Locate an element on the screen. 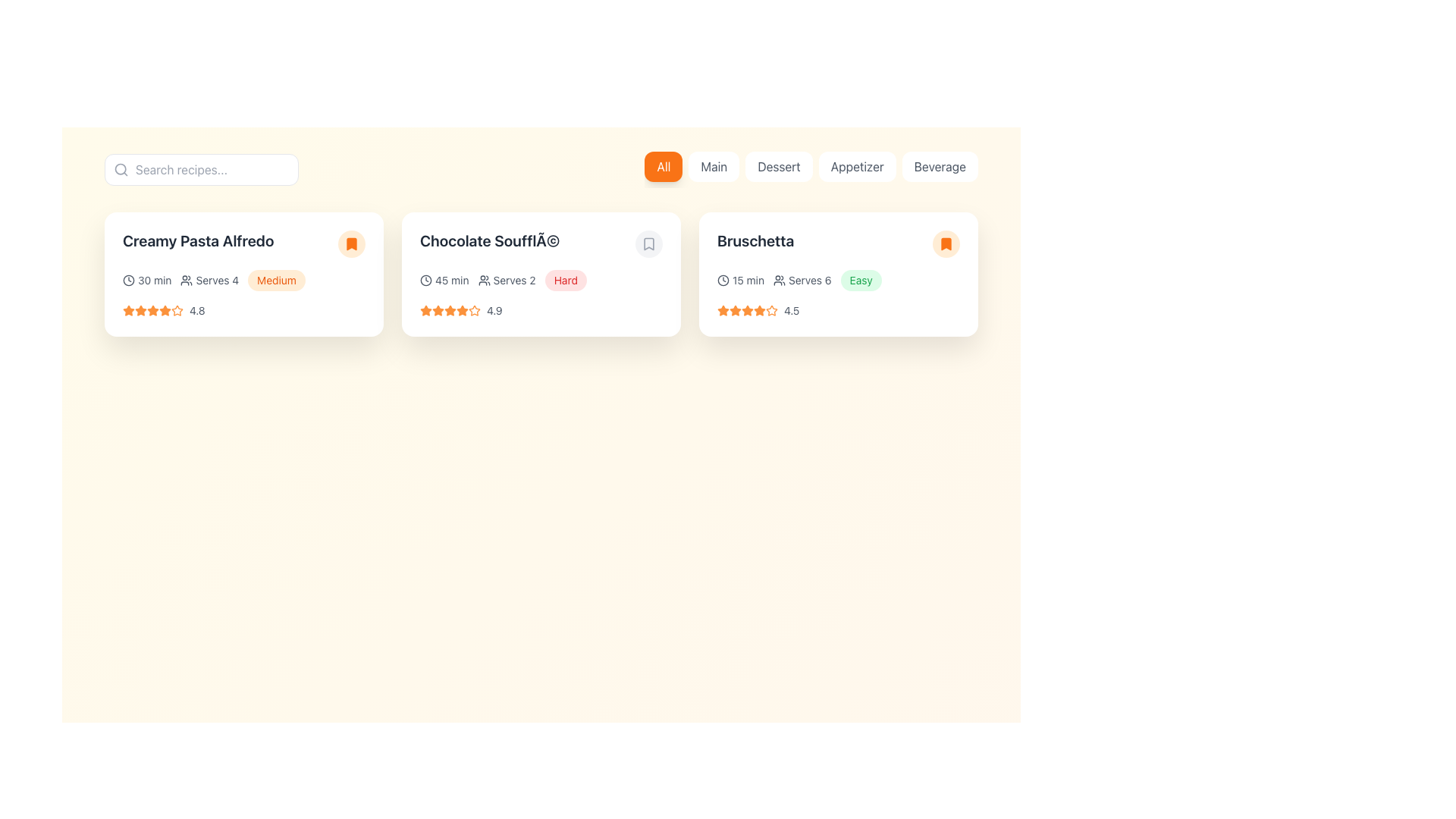  the third star rating icon (orange filled star) located at the bottom of the 'Chocolate Soufflé' card is located at coordinates (450, 309).